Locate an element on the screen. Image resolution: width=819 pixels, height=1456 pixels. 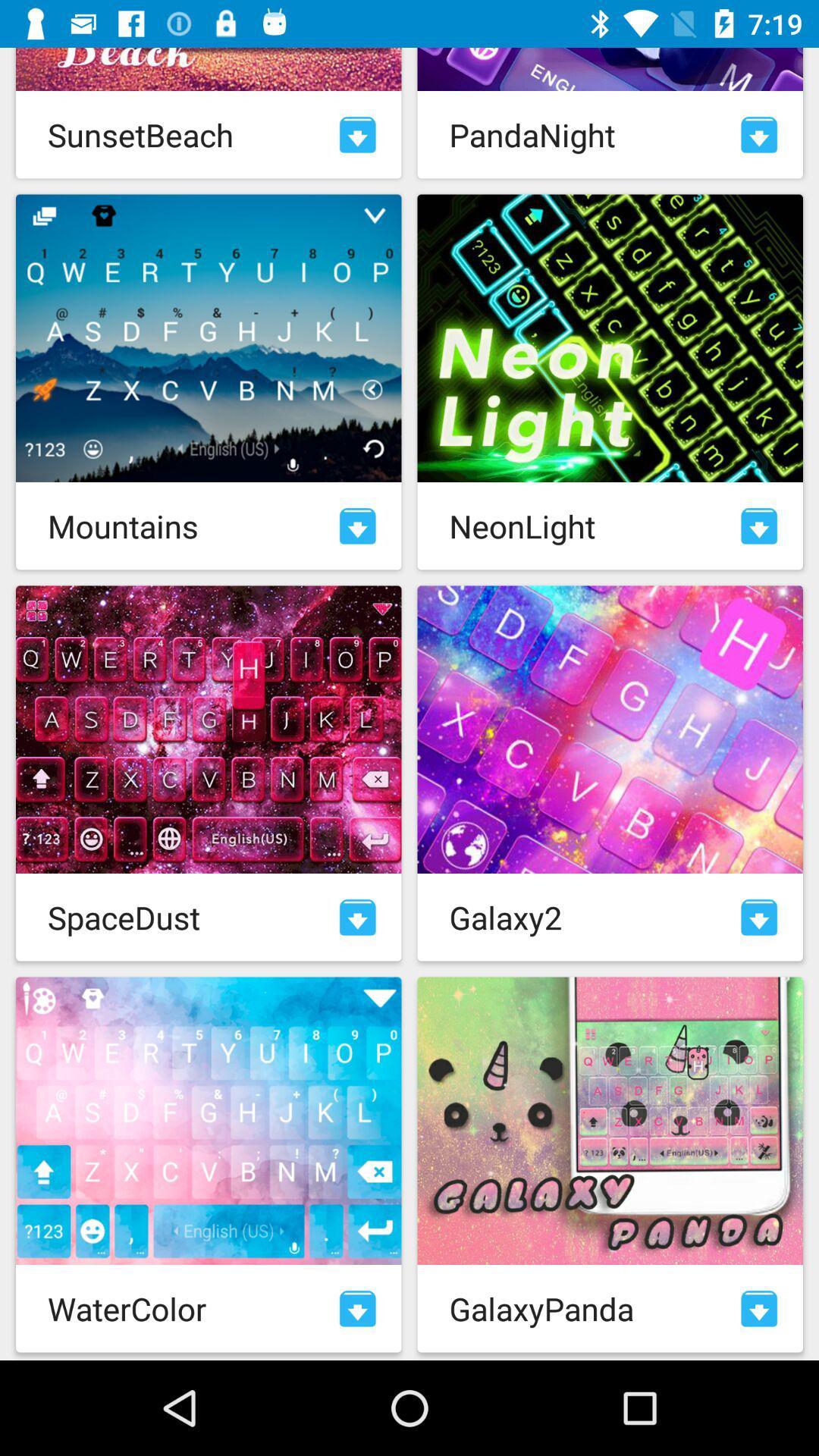
pandanight is located at coordinates (759, 134).